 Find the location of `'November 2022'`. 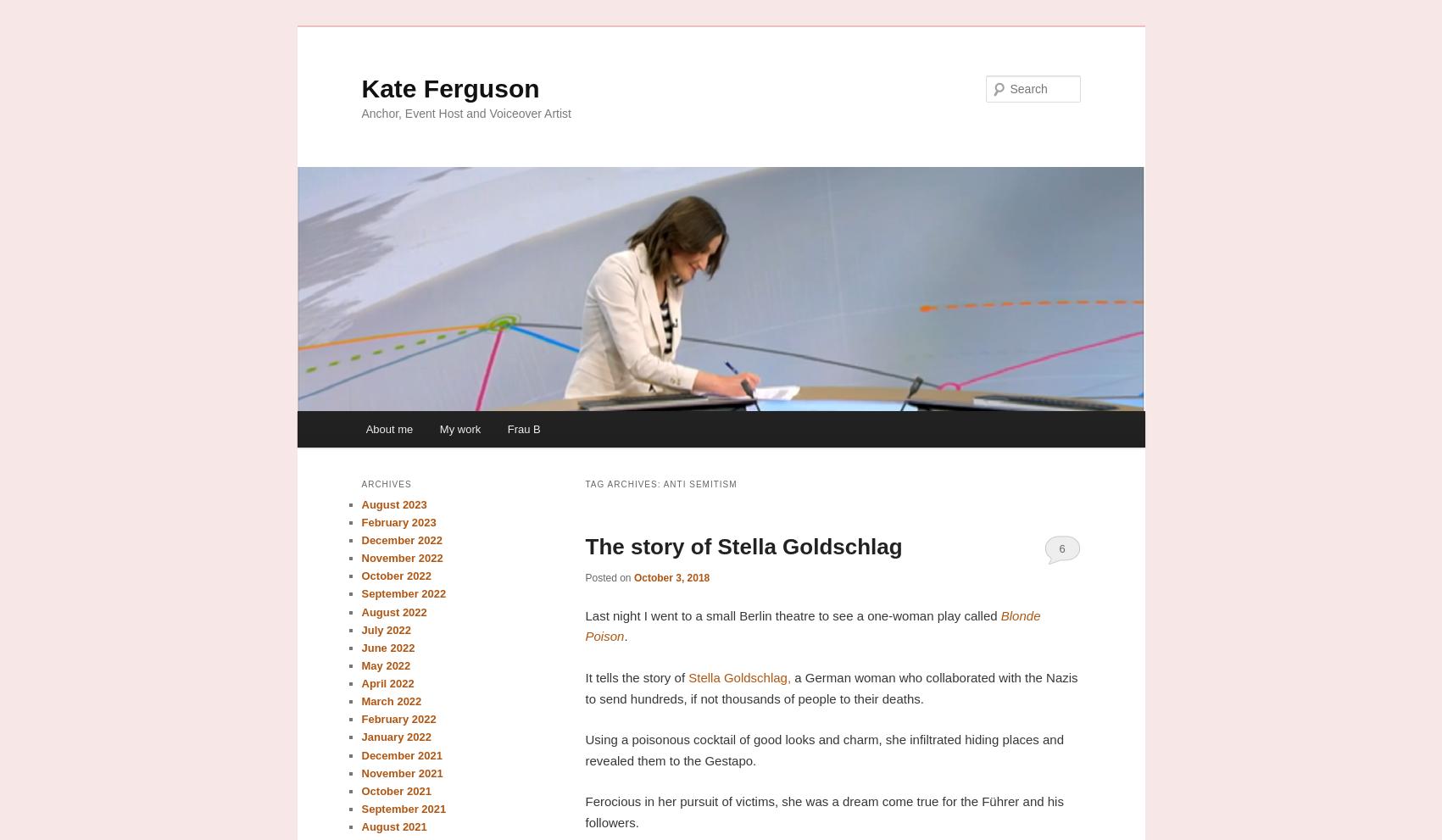

'November 2022' is located at coordinates (401, 557).